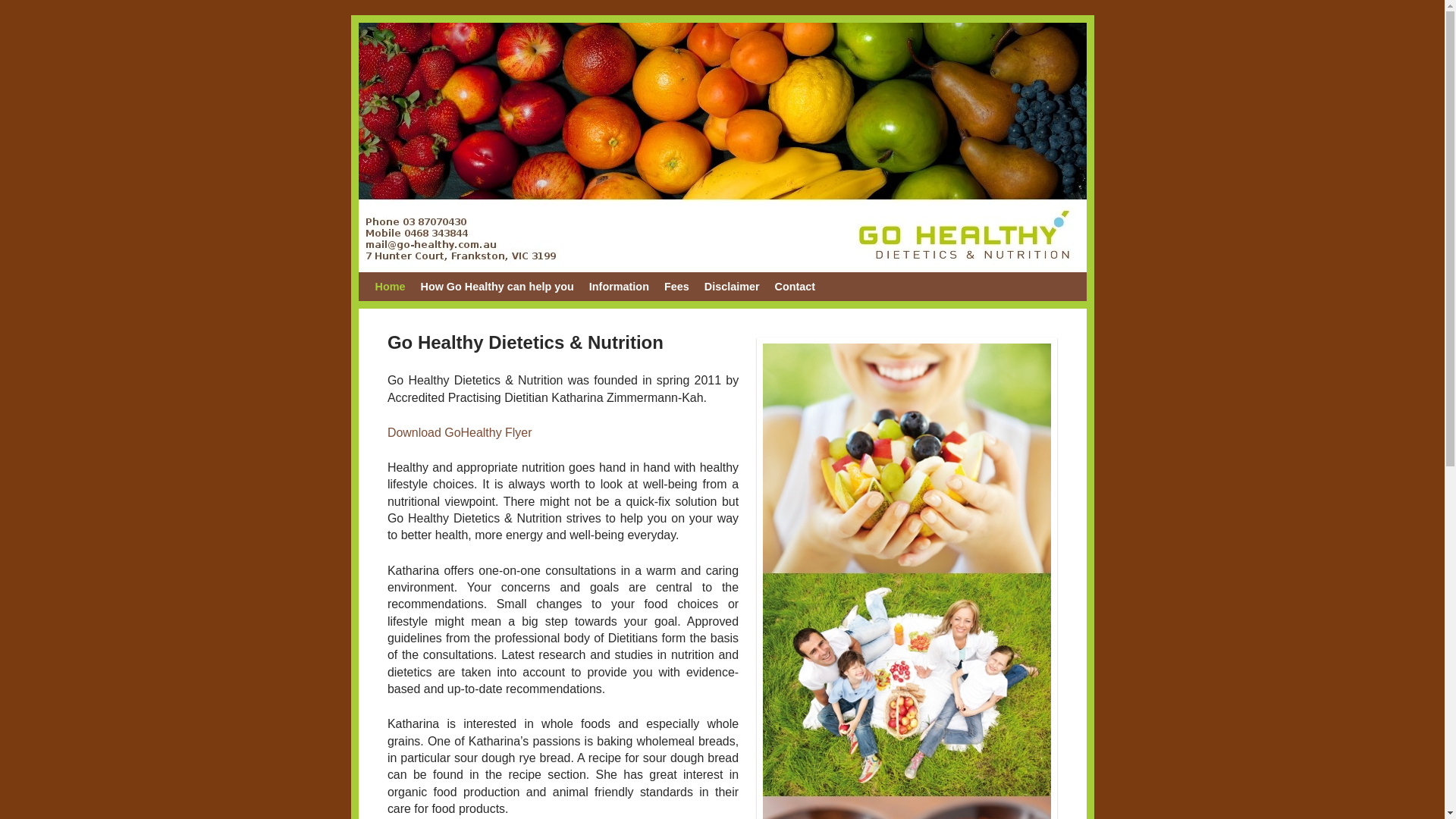 This screenshot has width=1456, height=819. I want to click on 'Contact', so click(795, 287).